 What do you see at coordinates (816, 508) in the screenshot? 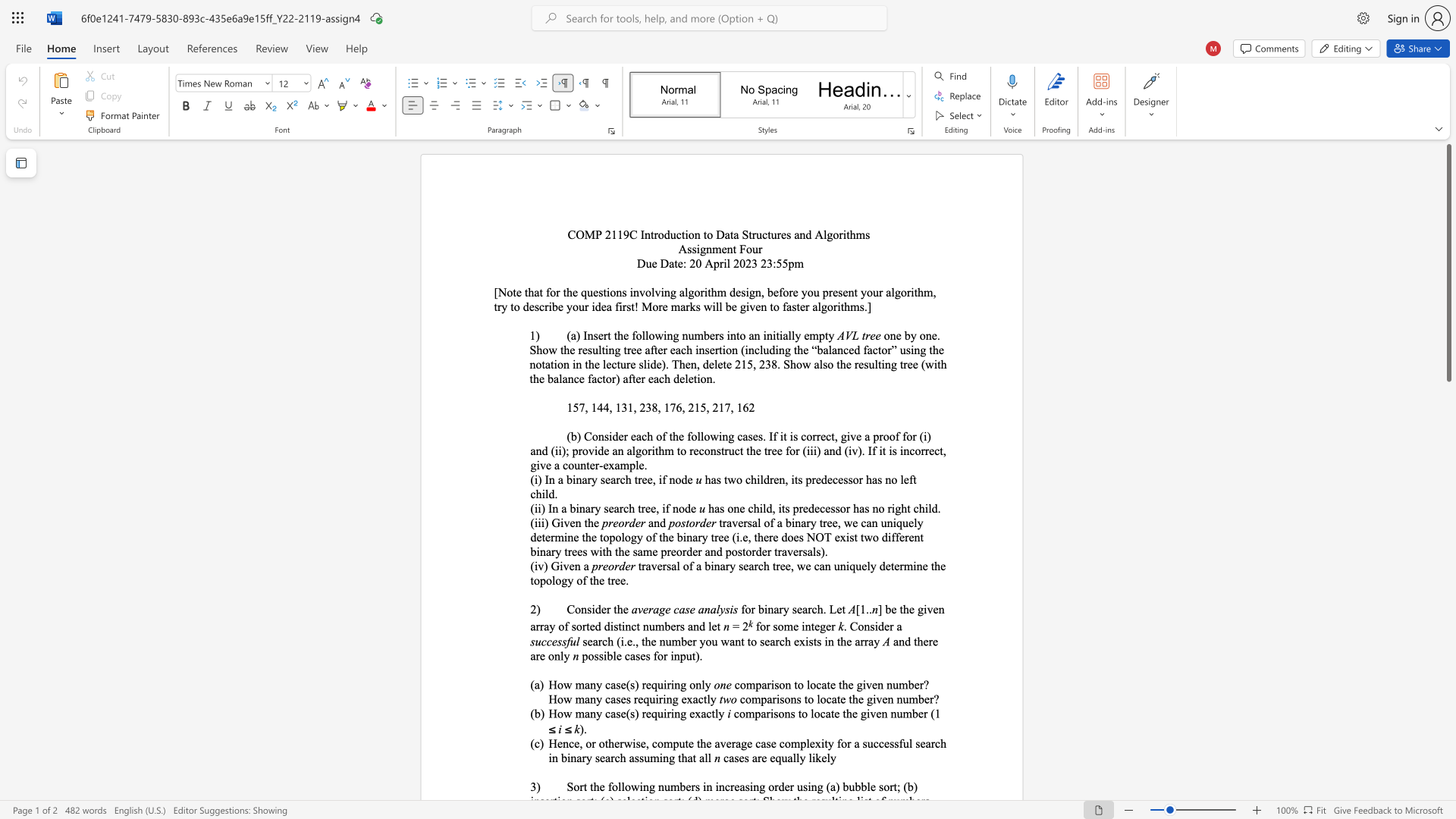
I see `the 3th character "e" in the text` at bounding box center [816, 508].